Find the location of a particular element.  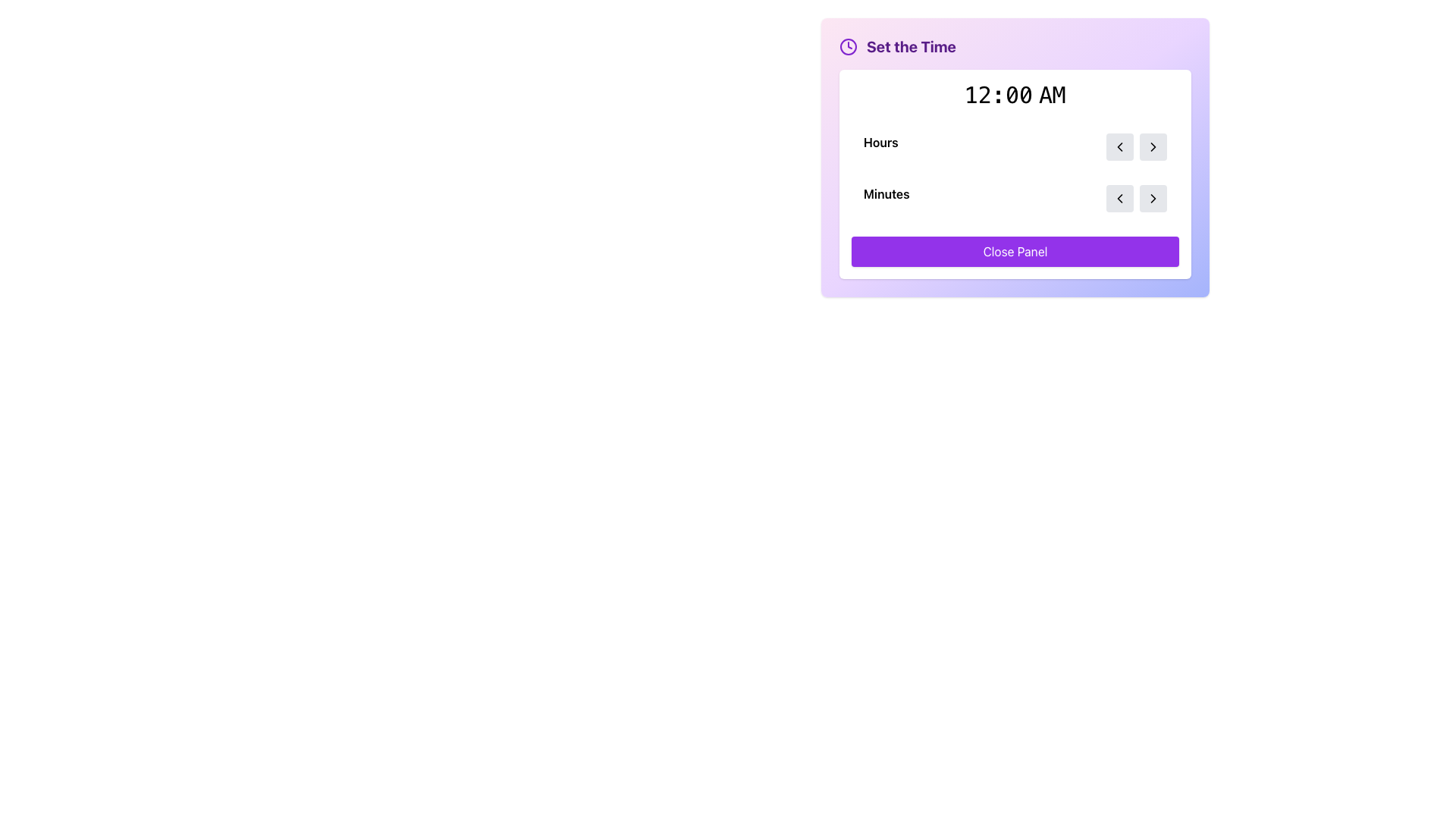

the left-pointing chevron icon within the button located at the top-right corner of the panel under the 'Hours' label, which has a light gray background and rounded corners is located at coordinates (1120, 146).